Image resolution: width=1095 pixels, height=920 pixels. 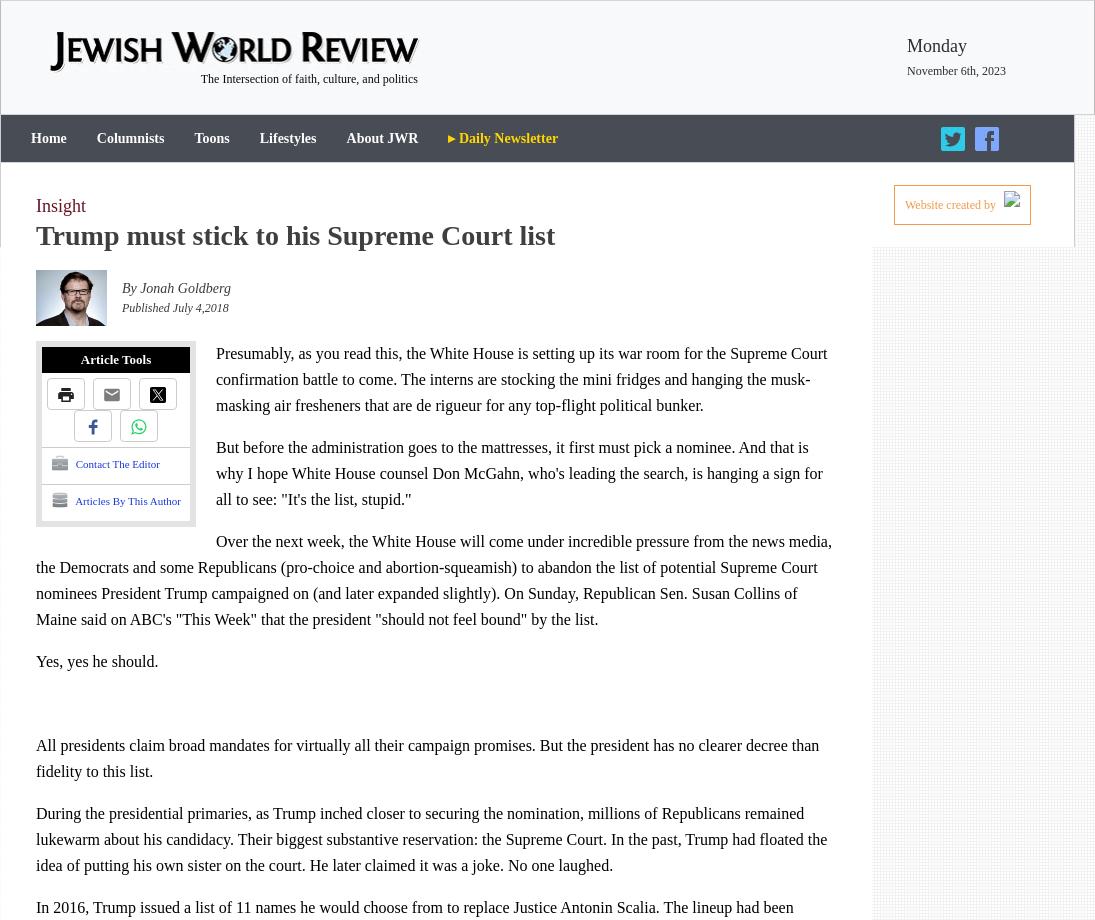 I want to click on 'Susan Collins', so click(x=734, y=592).